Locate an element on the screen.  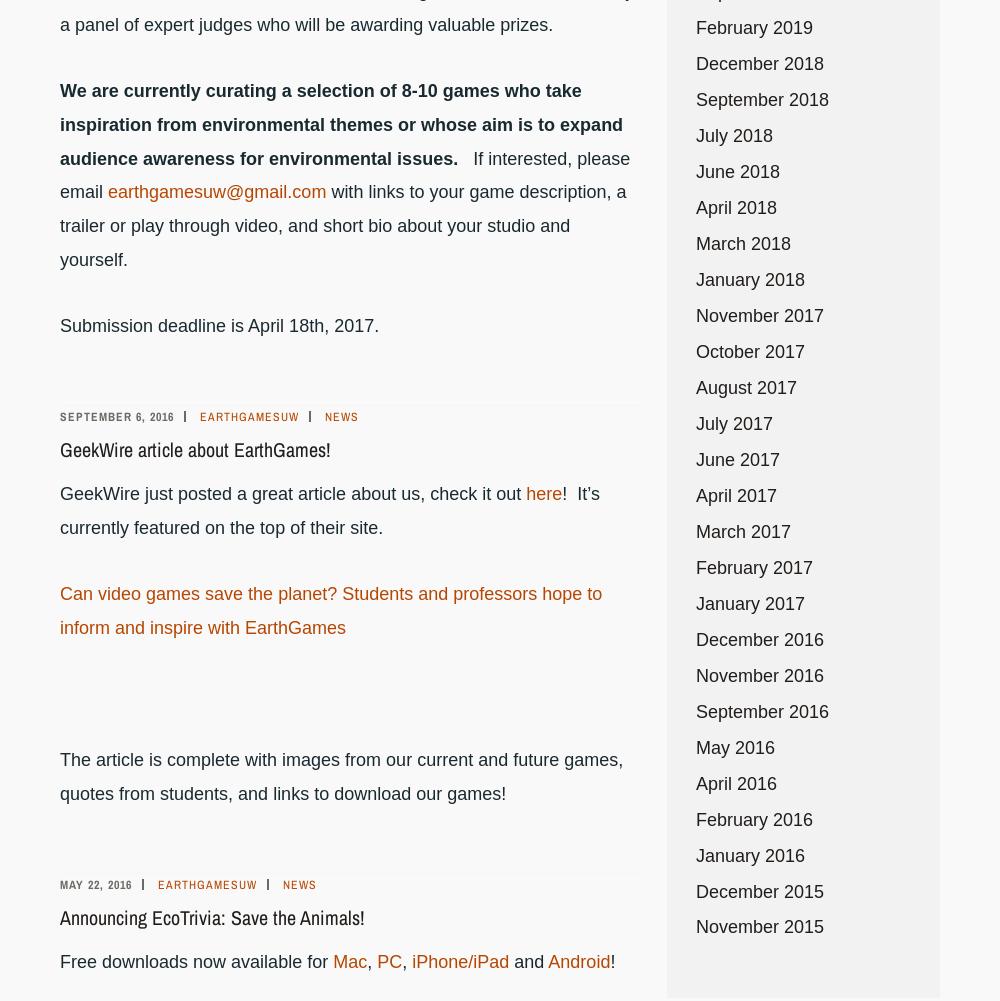
'The article is complete with images from our current and future games, quotes from students, and links to download our games!' is located at coordinates (340, 775).